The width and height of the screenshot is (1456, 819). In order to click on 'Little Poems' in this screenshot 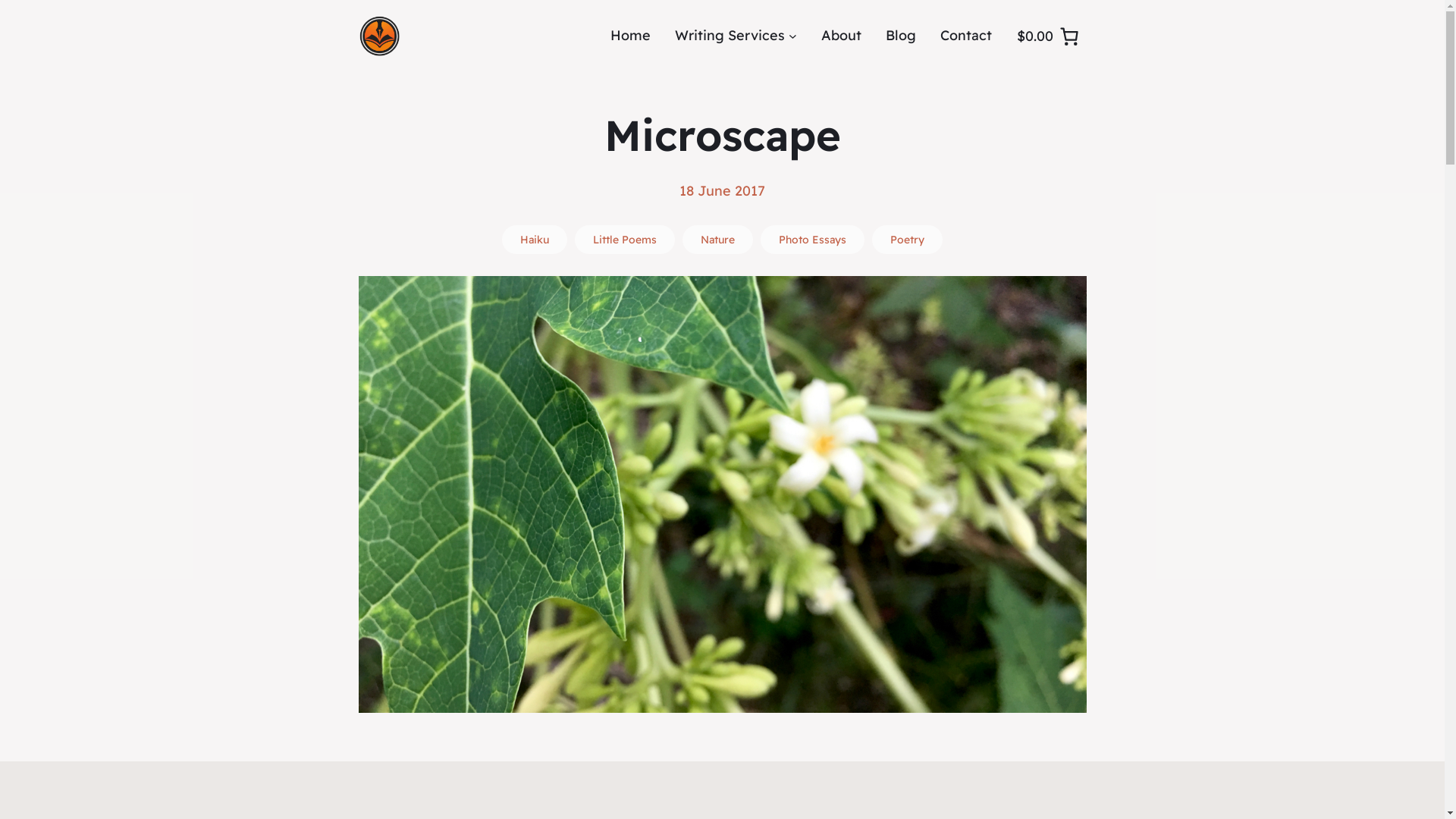, I will do `click(625, 239)`.